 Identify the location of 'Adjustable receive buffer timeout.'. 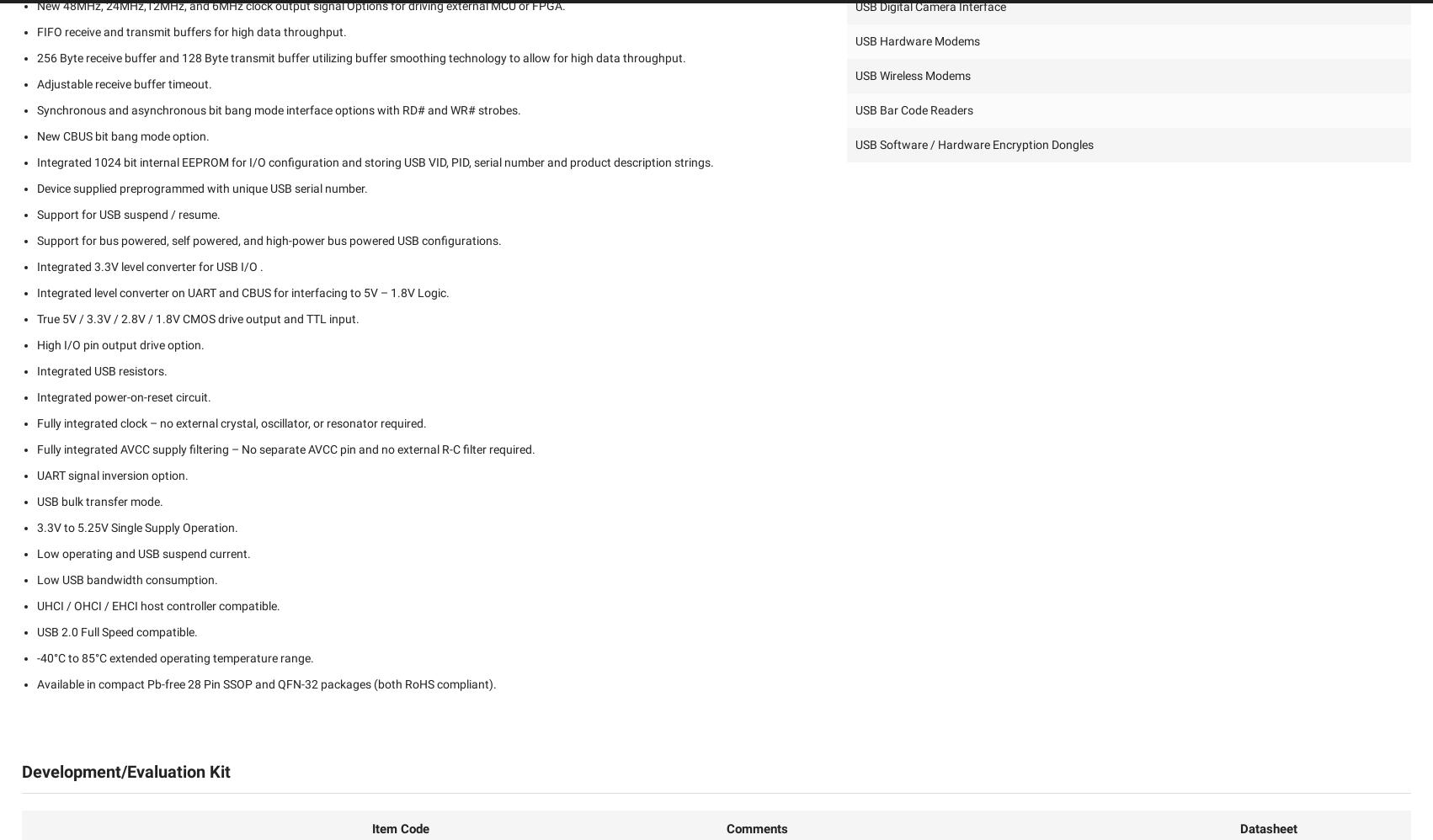
(124, 82).